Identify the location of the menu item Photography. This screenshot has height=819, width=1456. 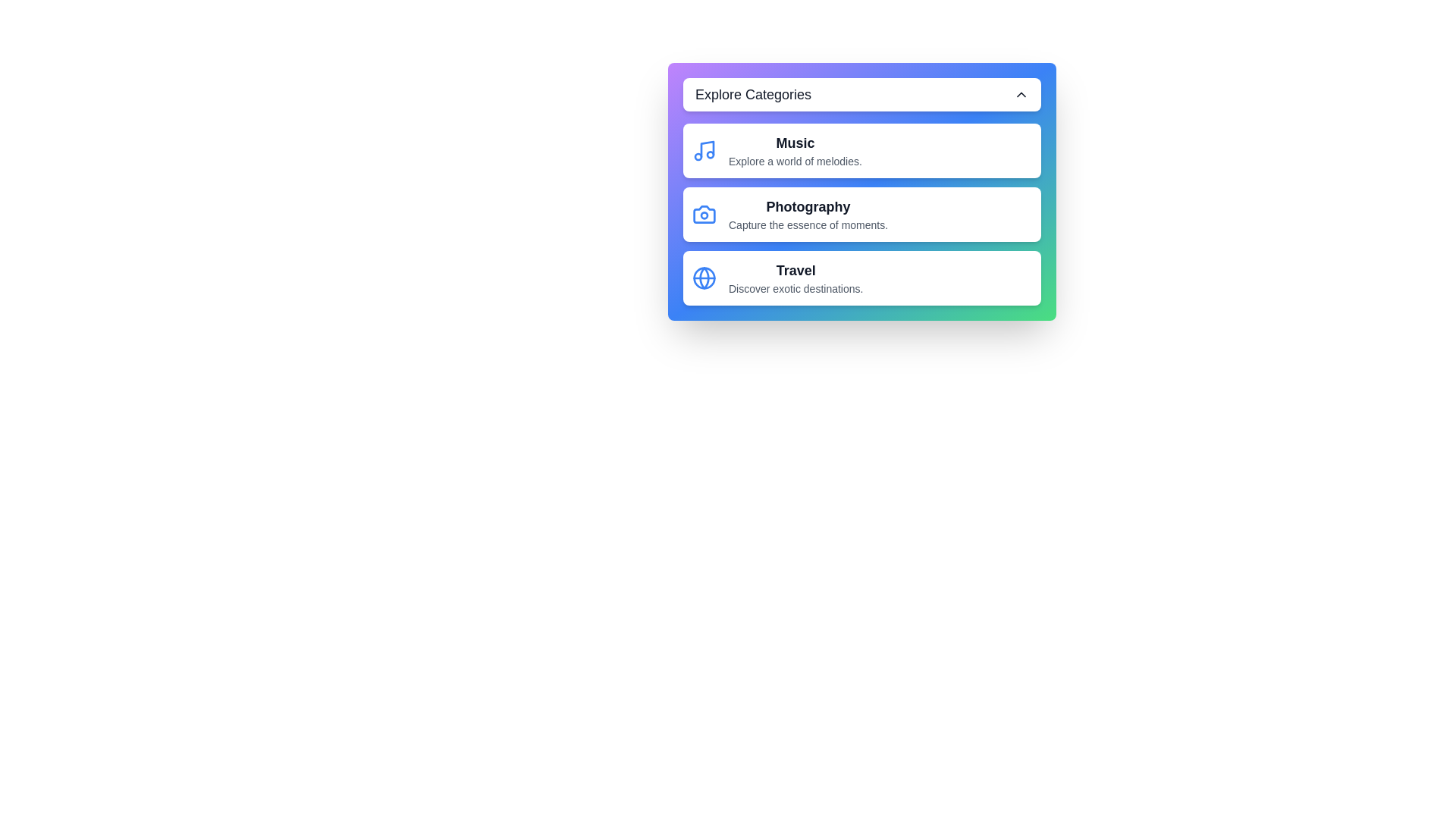
(862, 214).